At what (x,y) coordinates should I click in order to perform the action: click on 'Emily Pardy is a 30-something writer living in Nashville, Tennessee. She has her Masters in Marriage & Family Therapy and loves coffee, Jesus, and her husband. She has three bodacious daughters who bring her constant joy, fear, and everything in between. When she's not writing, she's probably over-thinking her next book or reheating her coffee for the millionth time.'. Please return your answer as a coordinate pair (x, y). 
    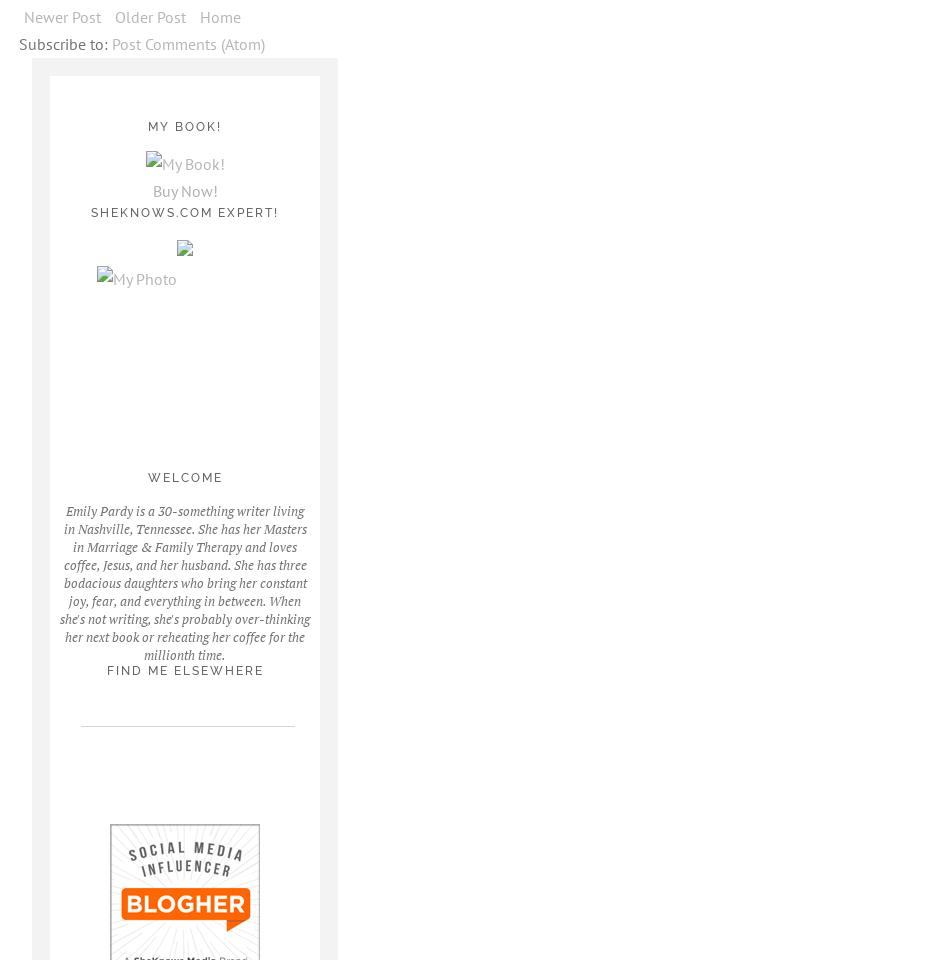
    Looking at the image, I should click on (183, 581).